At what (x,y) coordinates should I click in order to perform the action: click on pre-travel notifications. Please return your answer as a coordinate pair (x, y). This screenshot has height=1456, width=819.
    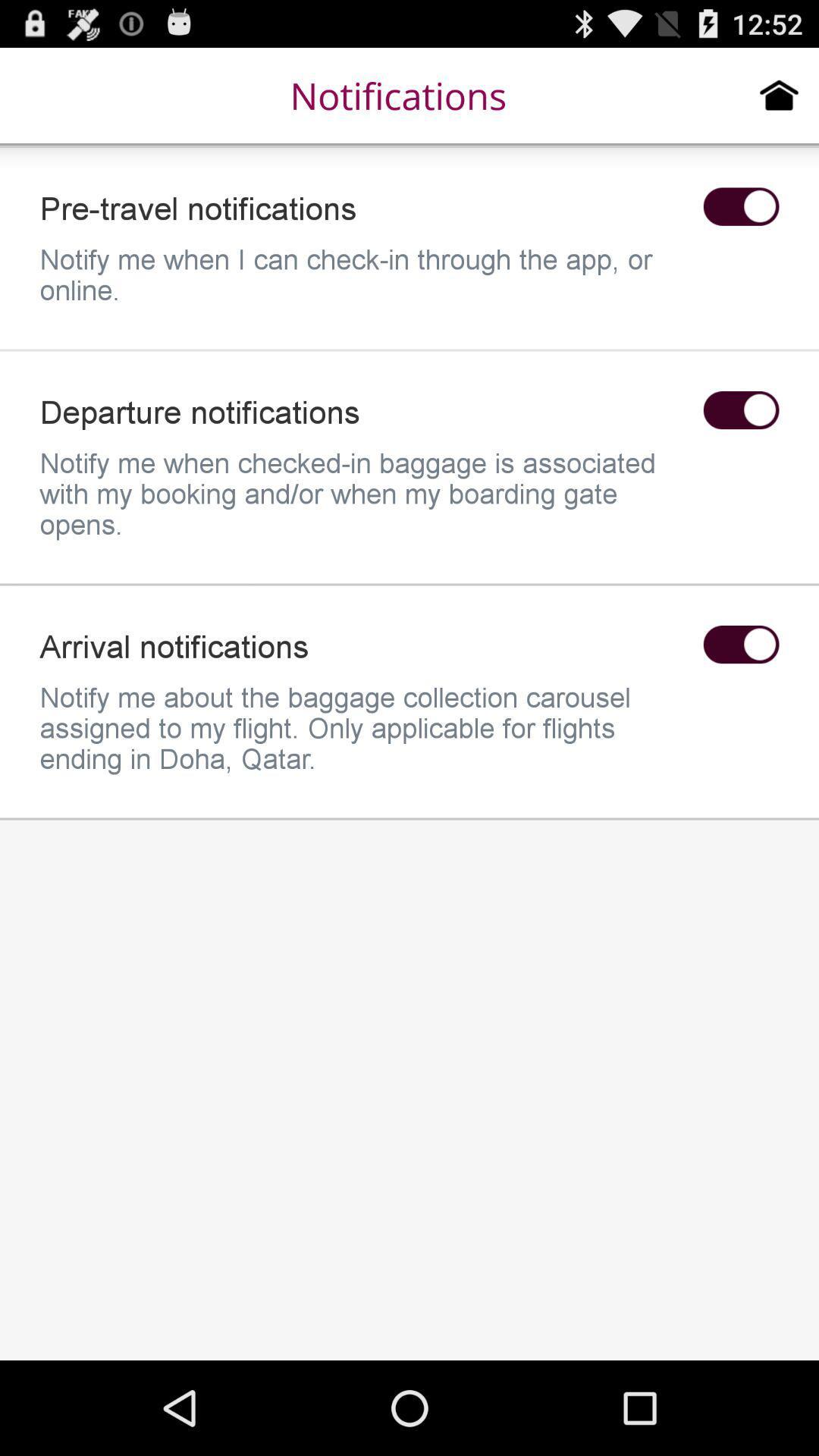
    Looking at the image, I should click on (740, 206).